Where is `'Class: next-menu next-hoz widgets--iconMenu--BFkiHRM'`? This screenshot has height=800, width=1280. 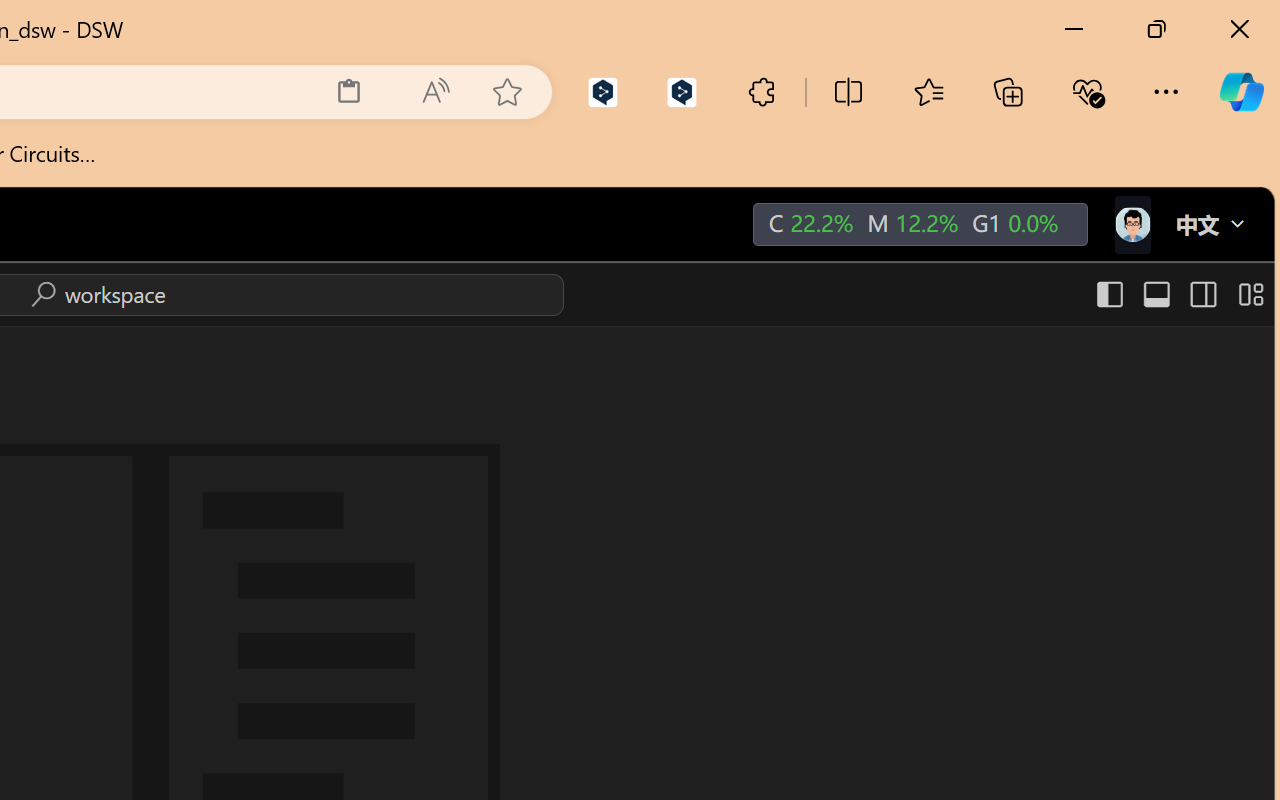
'Class: next-menu next-hoz widgets--iconMenu--BFkiHRM' is located at coordinates (1131, 225).